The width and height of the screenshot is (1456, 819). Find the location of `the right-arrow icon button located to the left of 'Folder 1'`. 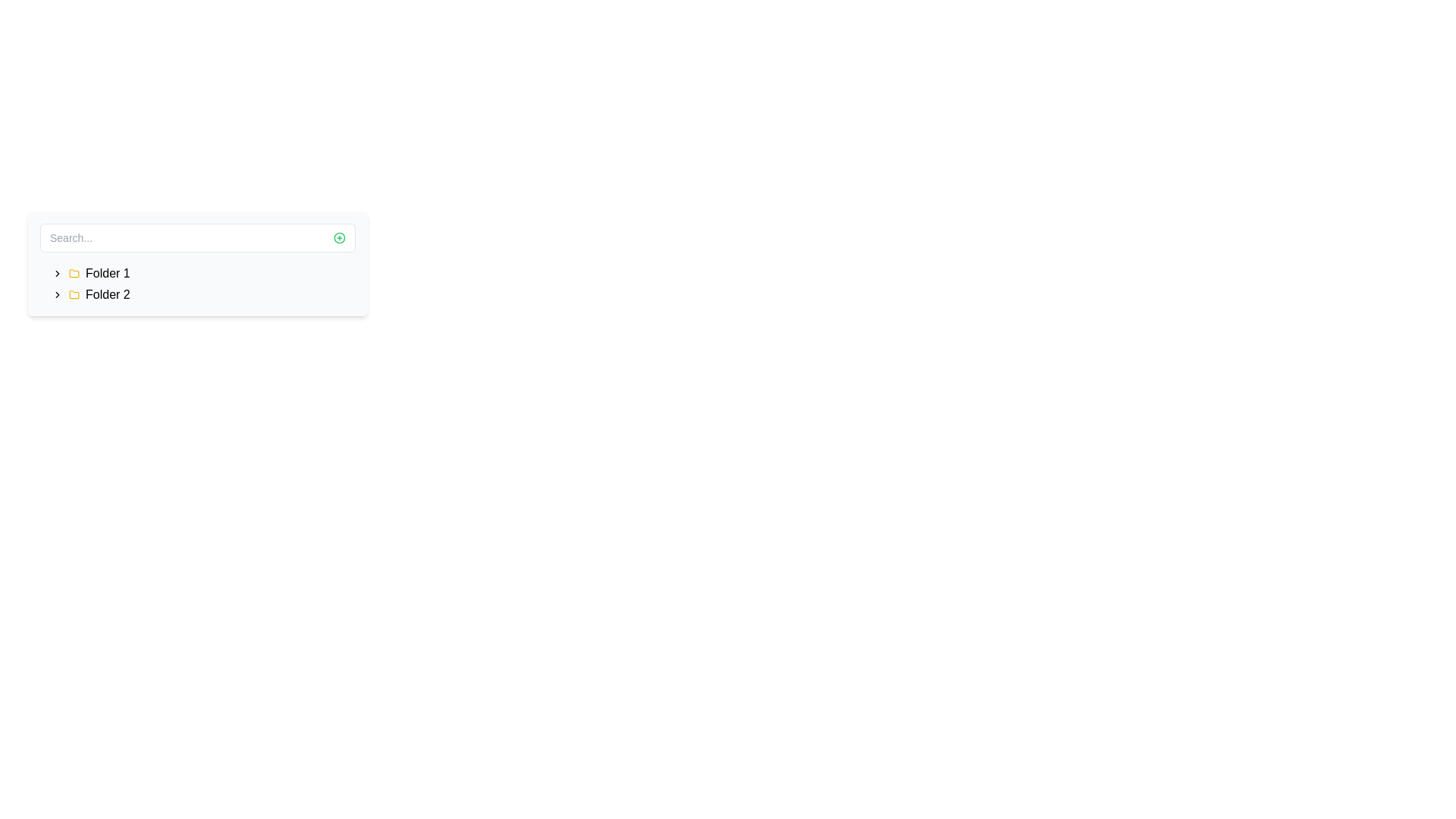

the right-arrow icon button located to the left of 'Folder 1' is located at coordinates (58, 274).